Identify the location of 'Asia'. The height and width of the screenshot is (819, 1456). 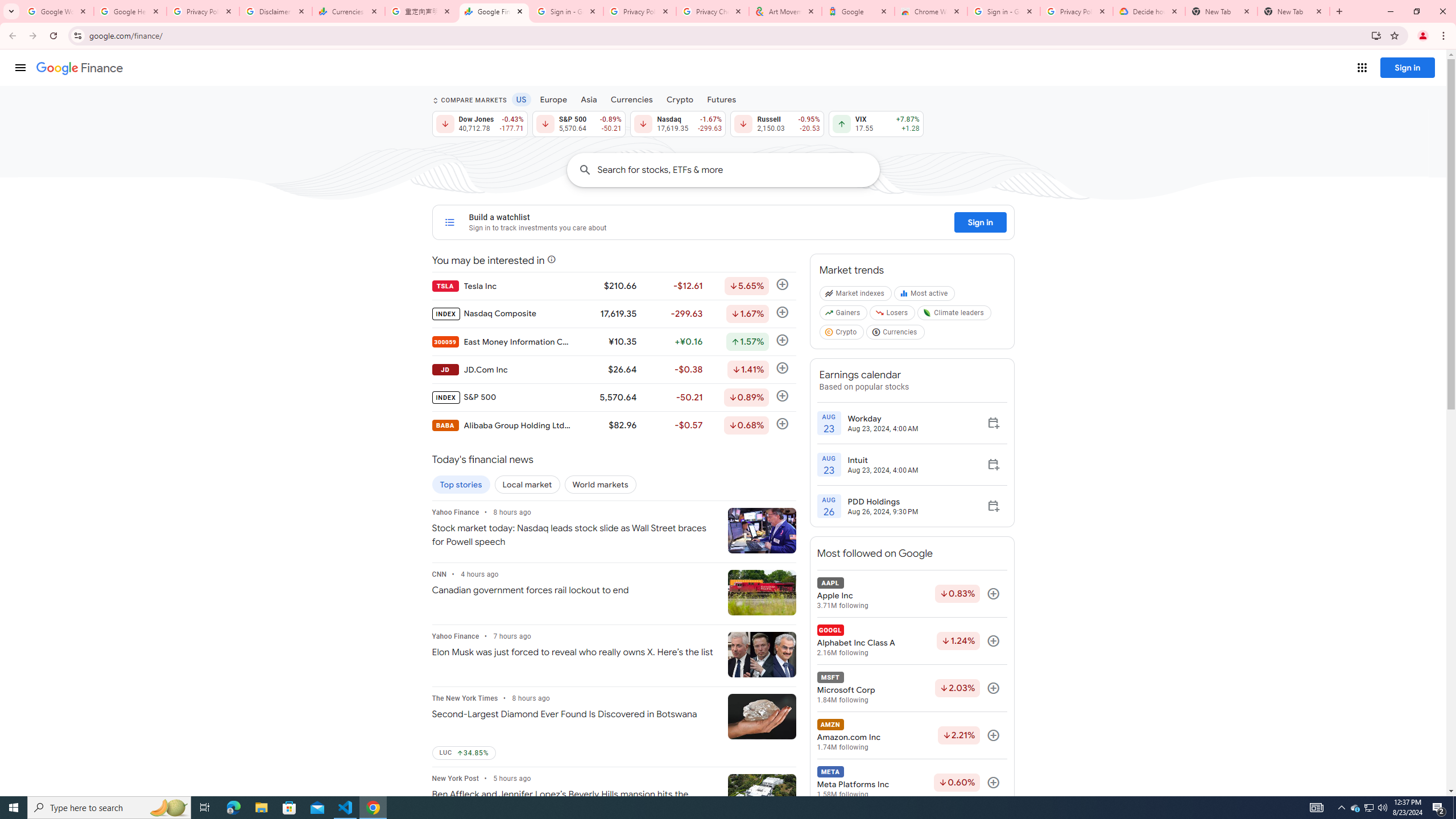
(589, 98).